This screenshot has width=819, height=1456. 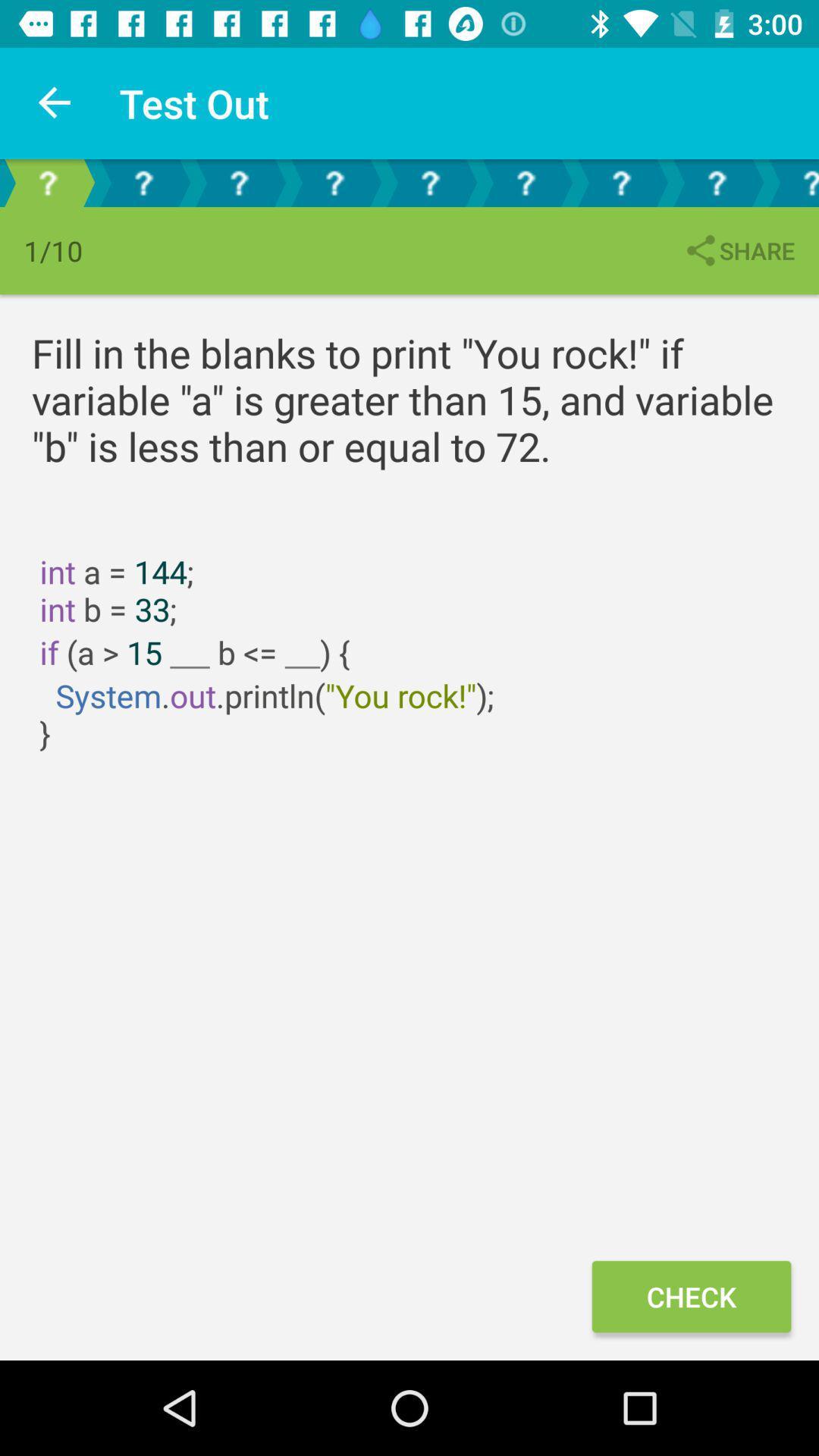 What do you see at coordinates (333, 182) in the screenshot?
I see `the help icon` at bounding box center [333, 182].